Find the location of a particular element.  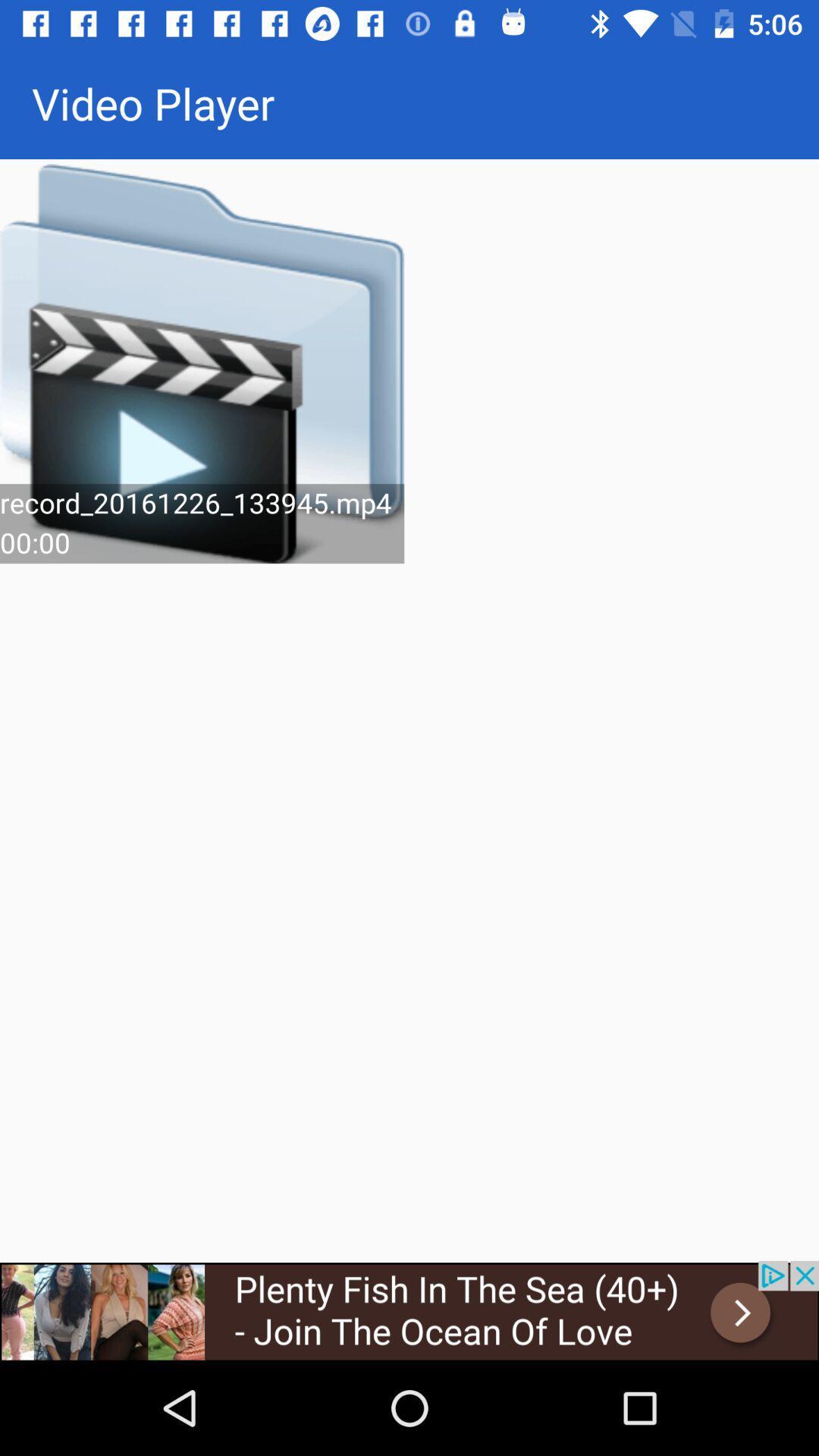

it is a hyperlink to a dating site is located at coordinates (409, 1310).